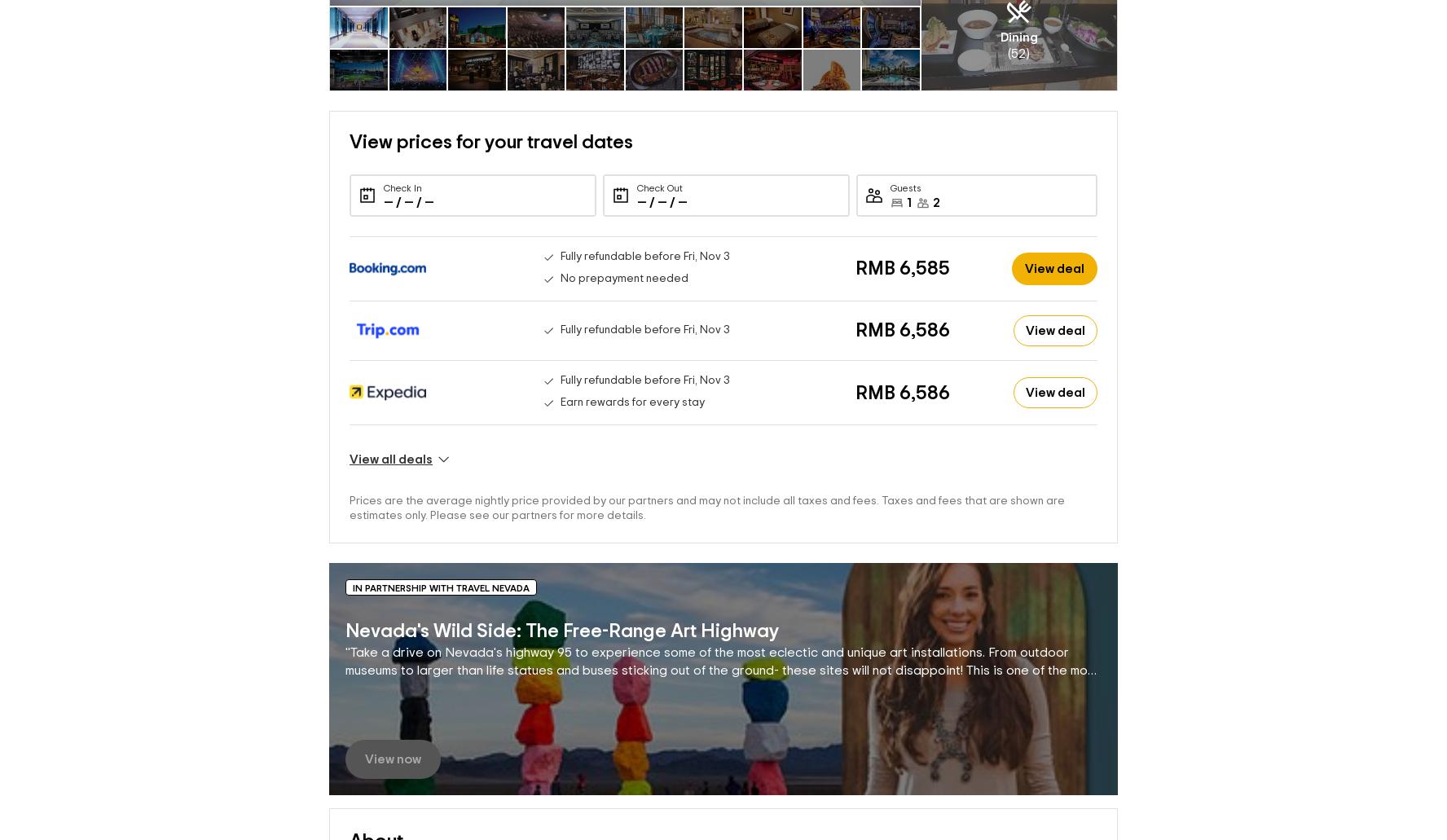 Image resolution: width=1447 pixels, height=840 pixels. What do you see at coordinates (631, 376) in the screenshot?
I see `'Earn rewards for every stay'` at bounding box center [631, 376].